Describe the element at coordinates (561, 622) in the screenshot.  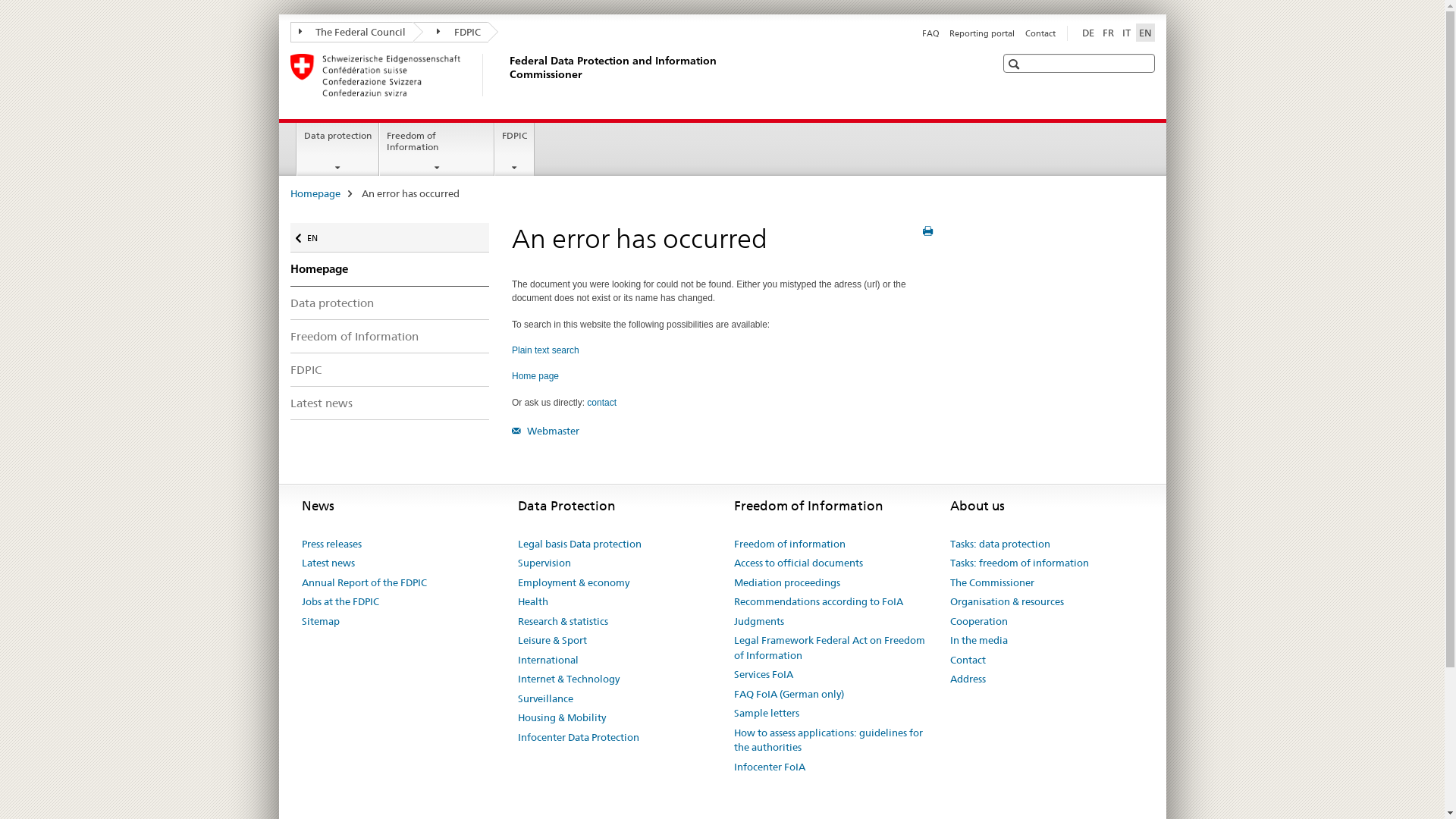
I see `'Research & statistics'` at that location.